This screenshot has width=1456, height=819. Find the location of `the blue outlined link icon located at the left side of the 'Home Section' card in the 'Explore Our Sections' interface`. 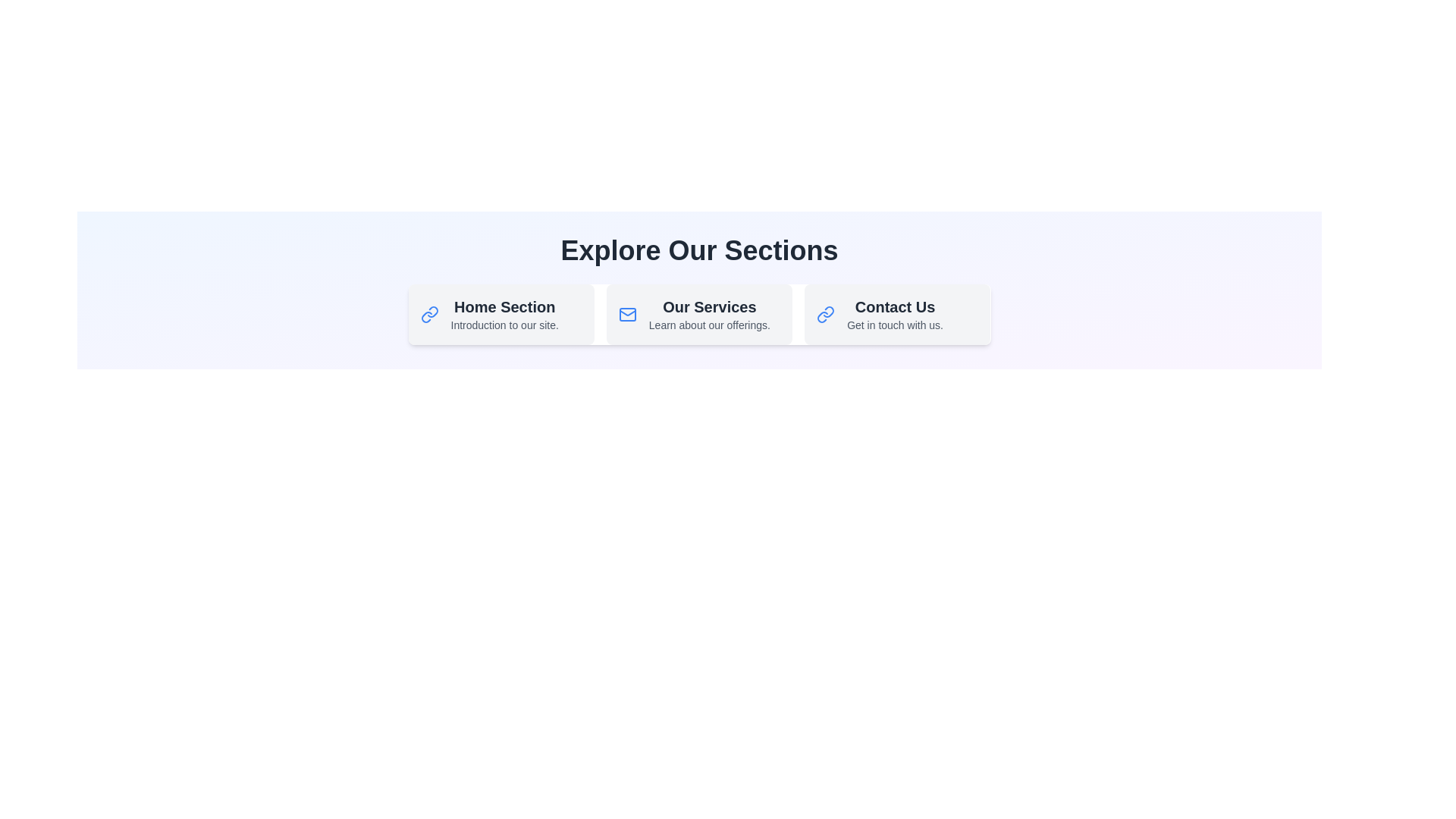

the blue outlined link icon located at the left side of the 'Home Section' card in the 'Explore Our Sections' interface is located at coordinates (428, 314).